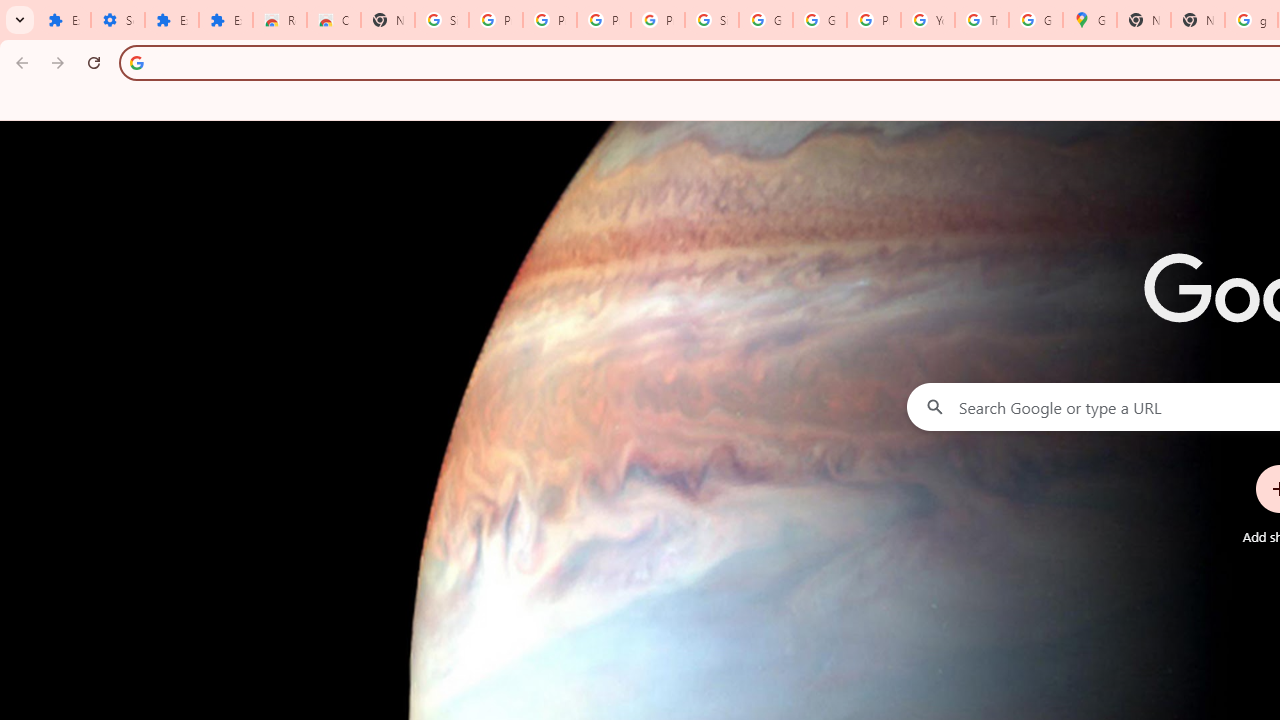 The width and height of the screenshot is (1280, 720). Describe the element at coordinates (440, 20) in the screenshot. I see `'Sign in - Google Accounts'` at that location.